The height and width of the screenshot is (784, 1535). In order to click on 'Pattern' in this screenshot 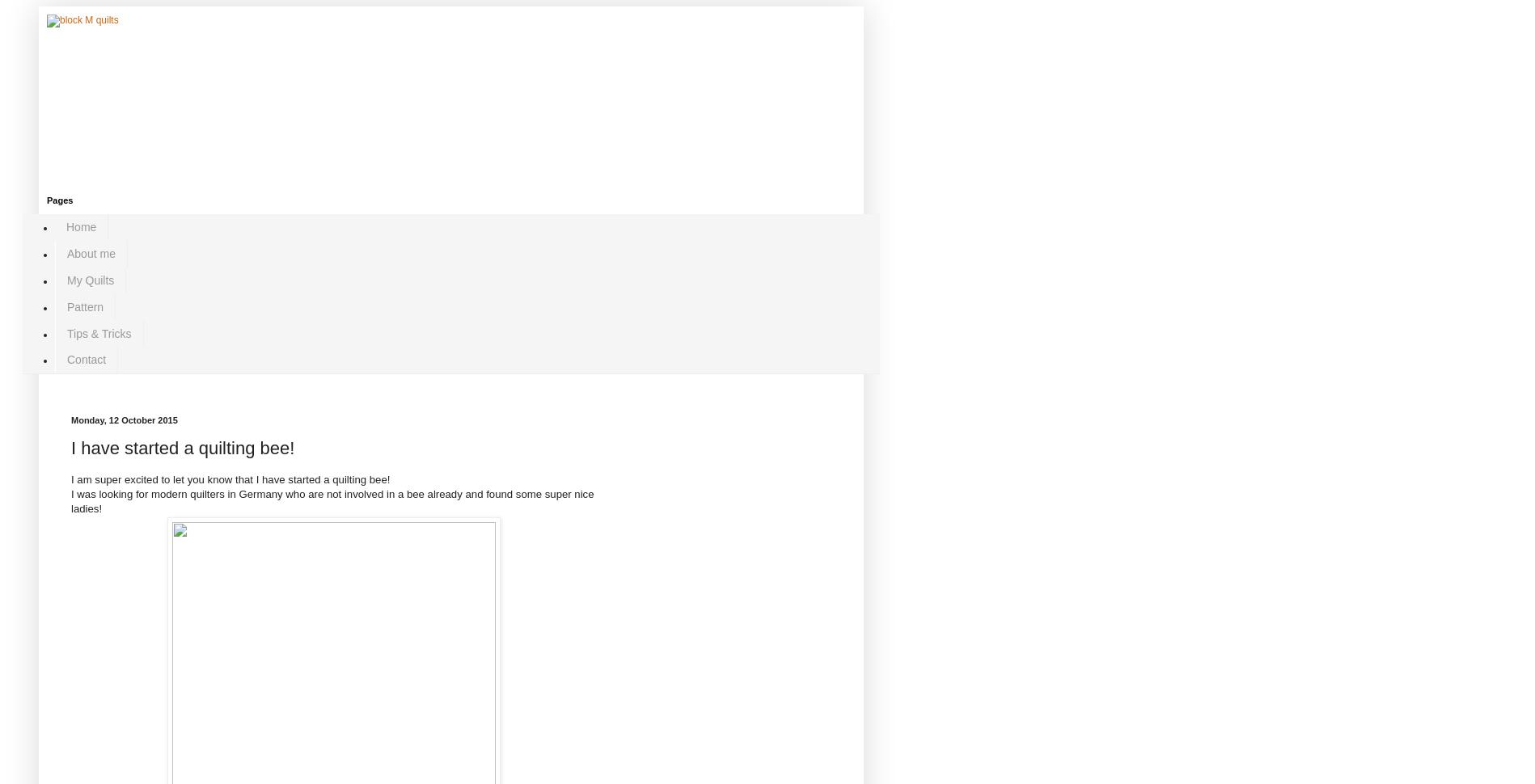, I will do `click(85, 305)`.